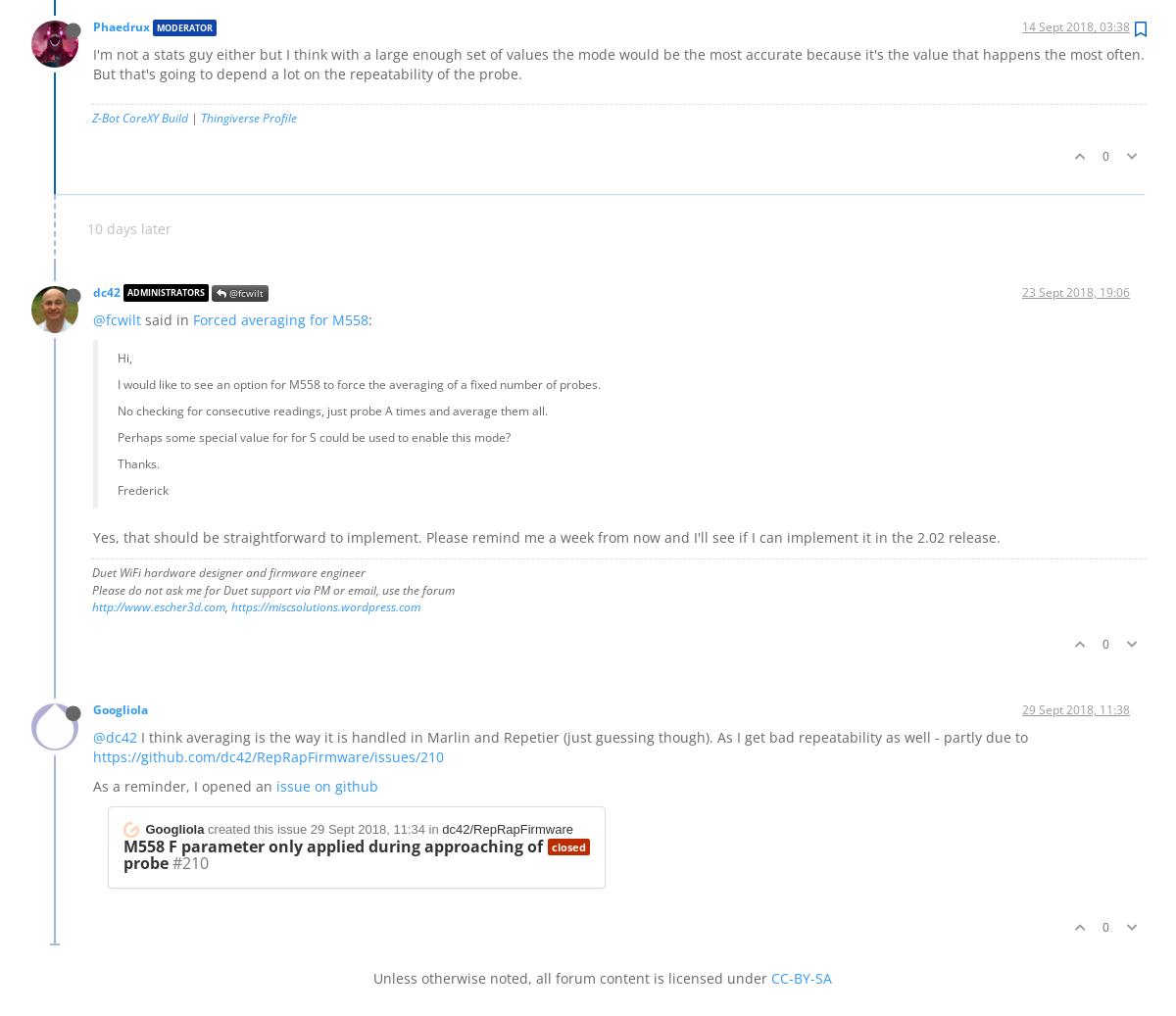  What do you see at coordinates (115, 736) in the screenshot?
I see `'@dc42'` at bounding box center [115, 736].